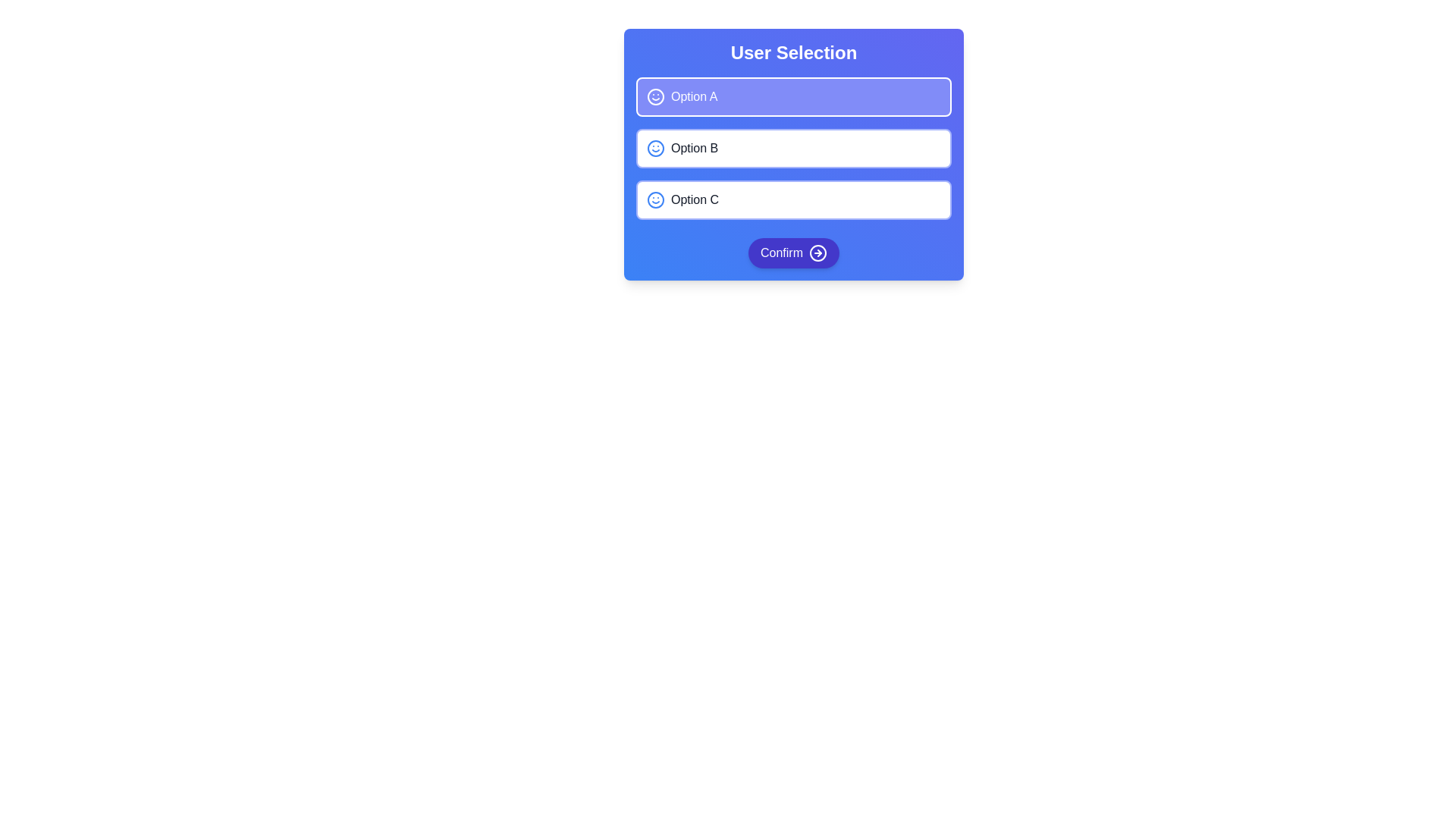 Image resolution: width=1456 pixels, height=819 pixels. What do you see at coordinates (655, 96) in the screenshot?
I see `the circular smiley face icon located to the left of the text 'Option A' in the vertical list of selection choices` at bounding box center [655, 96].